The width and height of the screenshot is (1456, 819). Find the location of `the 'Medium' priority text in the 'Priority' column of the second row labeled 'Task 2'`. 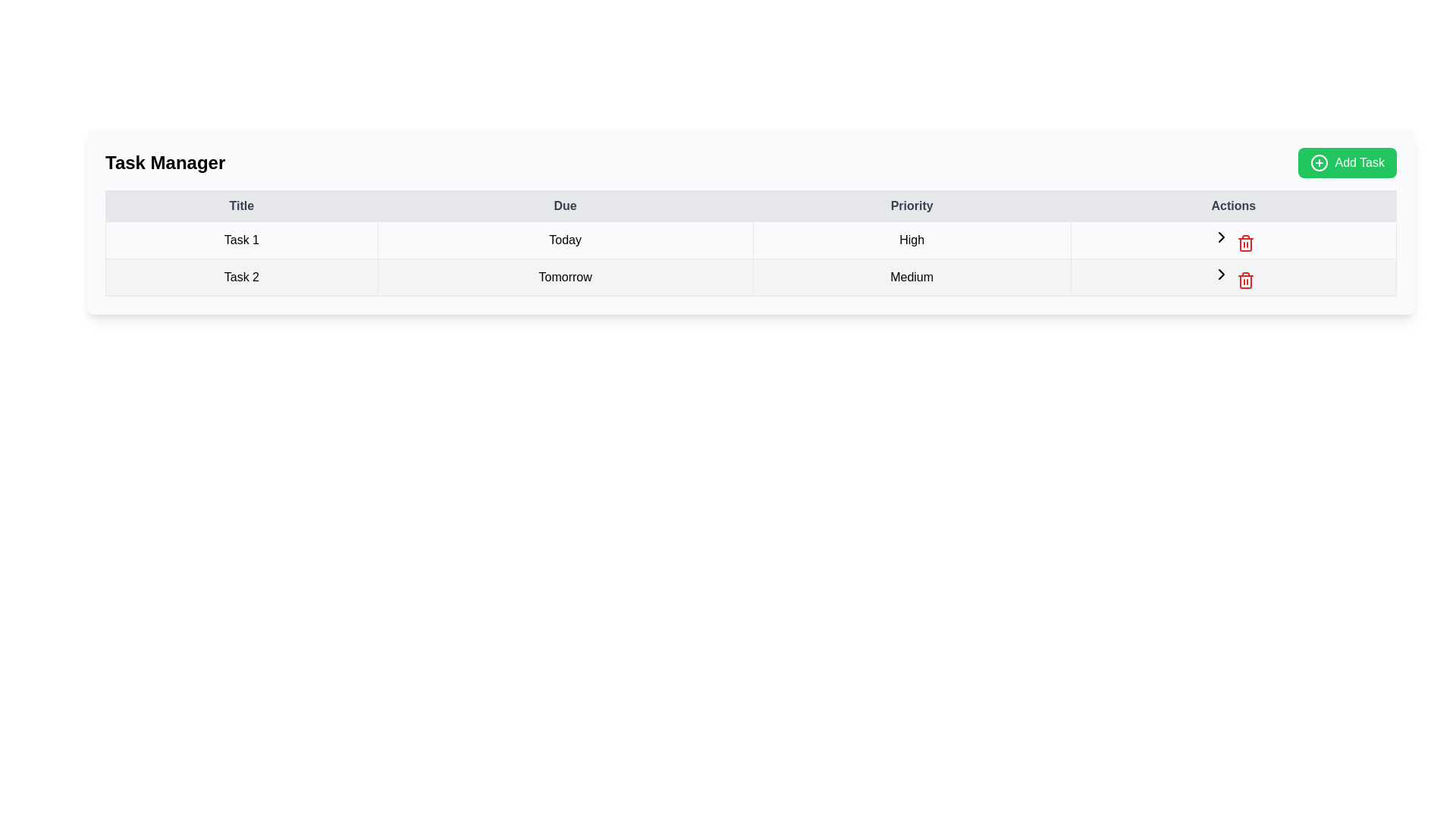

the 'Medium' priority text in the 'Priority' column of the second row labeled 'Task 2' is located at coordinates (911, 277).